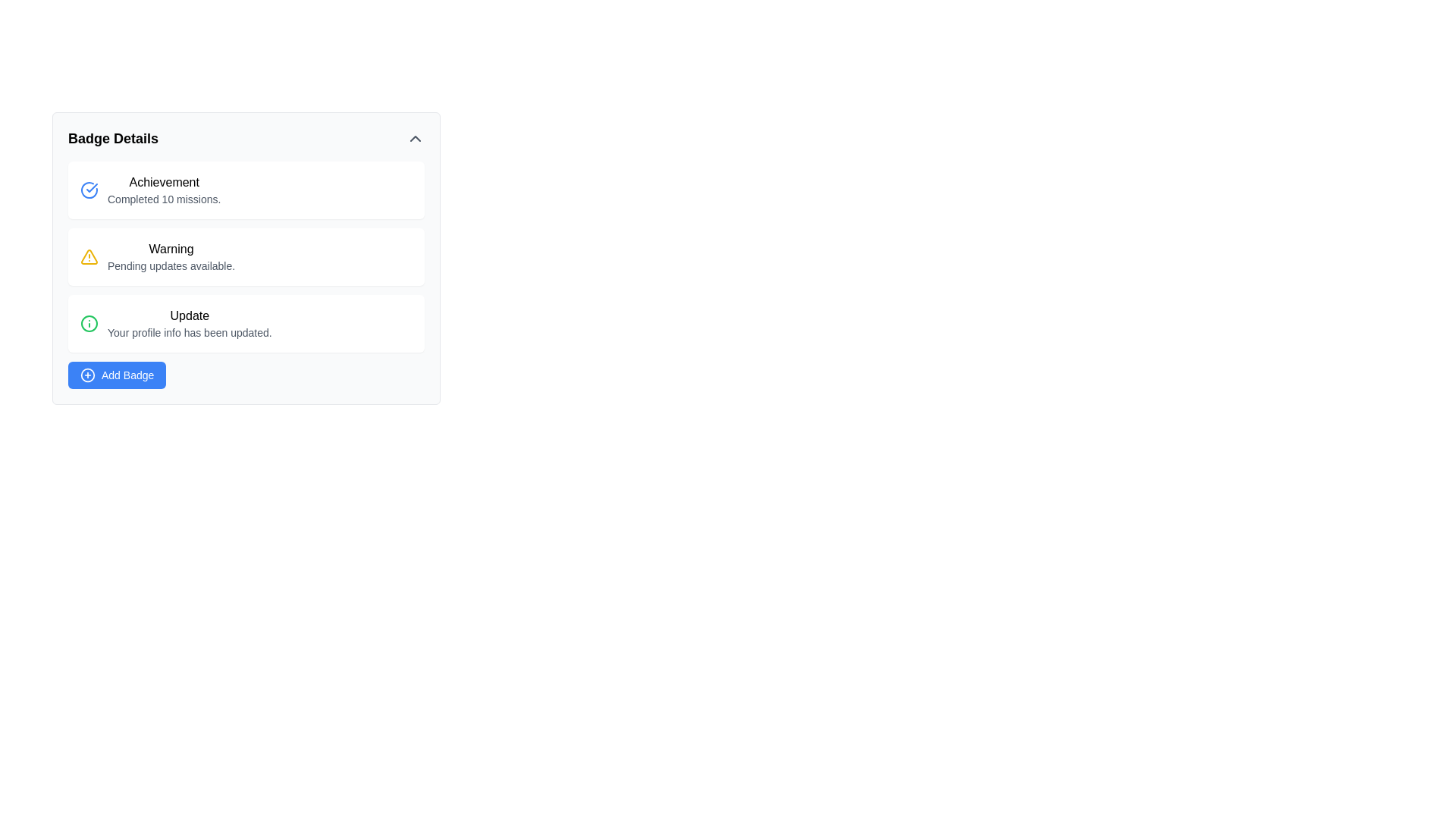 This screenshot has width=1456, height=819. I want to click on the 'Warning' text label, which is positioned in the alerts section between 'Achievement' and 'Update', and next to the warning icon, so click(171, 248).